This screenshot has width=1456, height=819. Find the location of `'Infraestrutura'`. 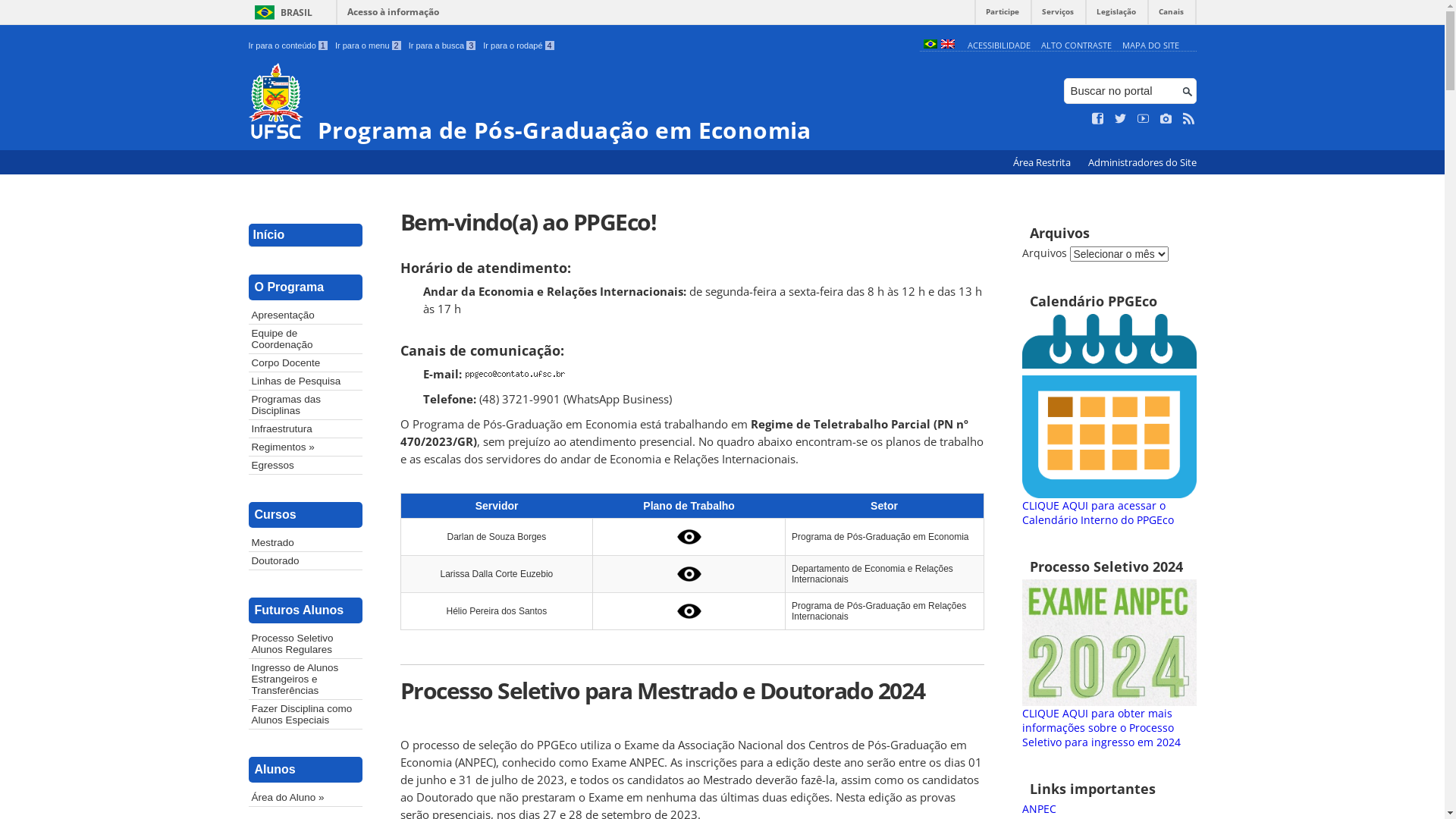

'Infraestrutura' is located at coordinates (305, 428).